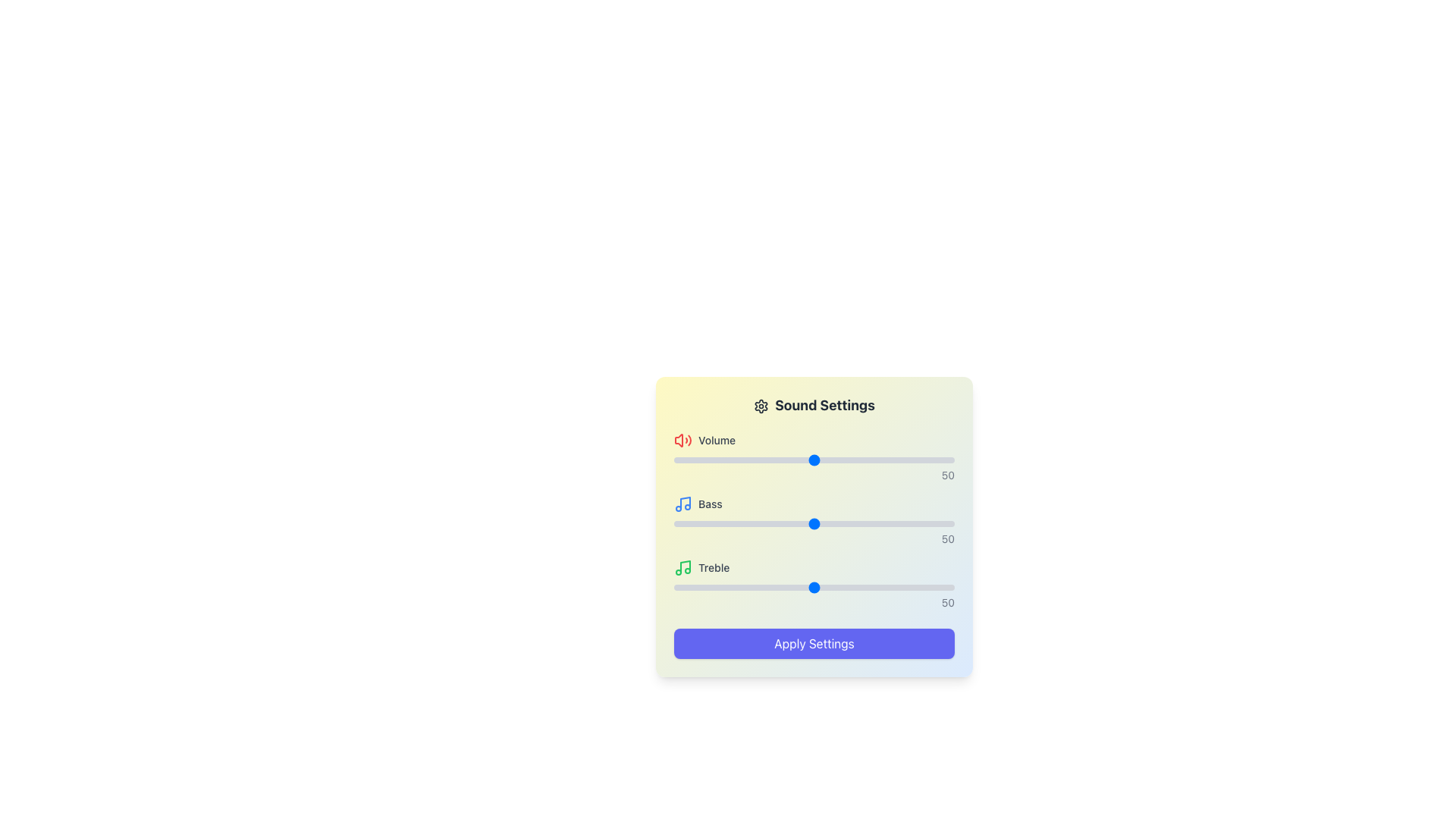 The image size is (1456, 819). Describe the element at coordinates (676, 587) in the screenshot. I see `the treble level` at that location.